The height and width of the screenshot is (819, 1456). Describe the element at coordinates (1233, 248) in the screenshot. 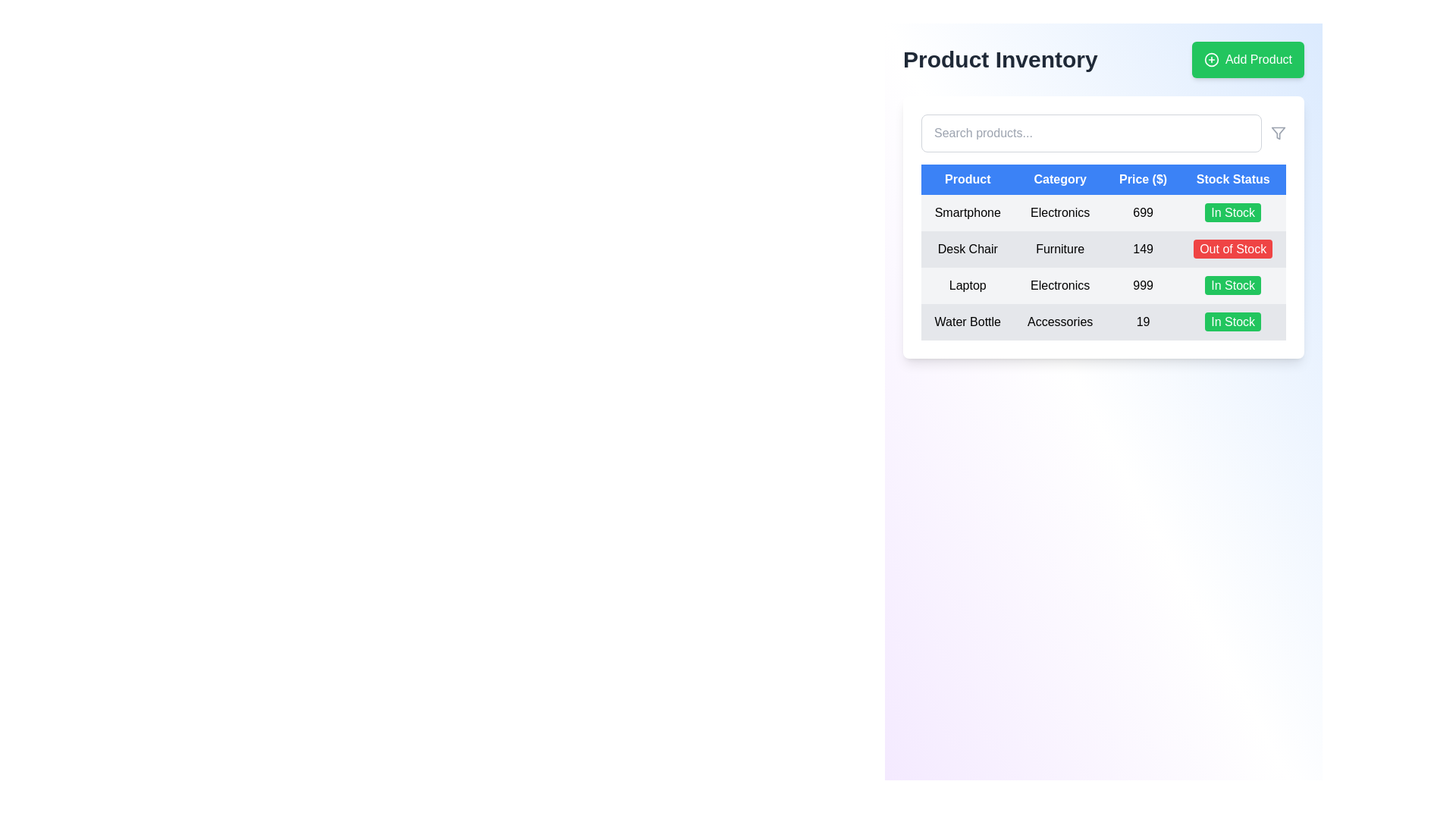

I see `the red rectangular button-like label that displays 'Out of Stock' text, located in the 'Product Inventory' panel under the 'Stock Status' column for the 'Desk Chair' entry` at that location.